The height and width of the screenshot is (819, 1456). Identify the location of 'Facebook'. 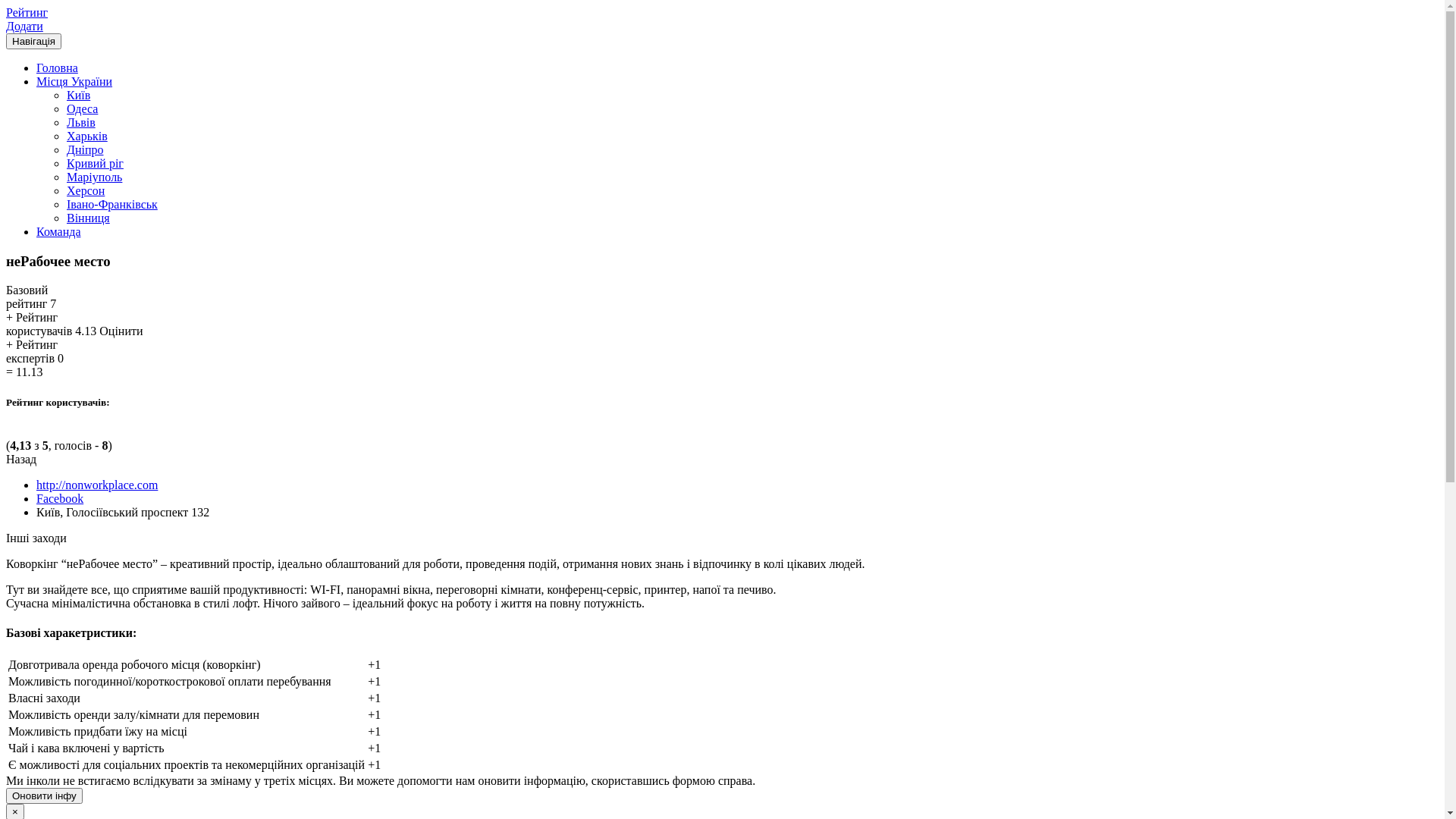
(59, 498).